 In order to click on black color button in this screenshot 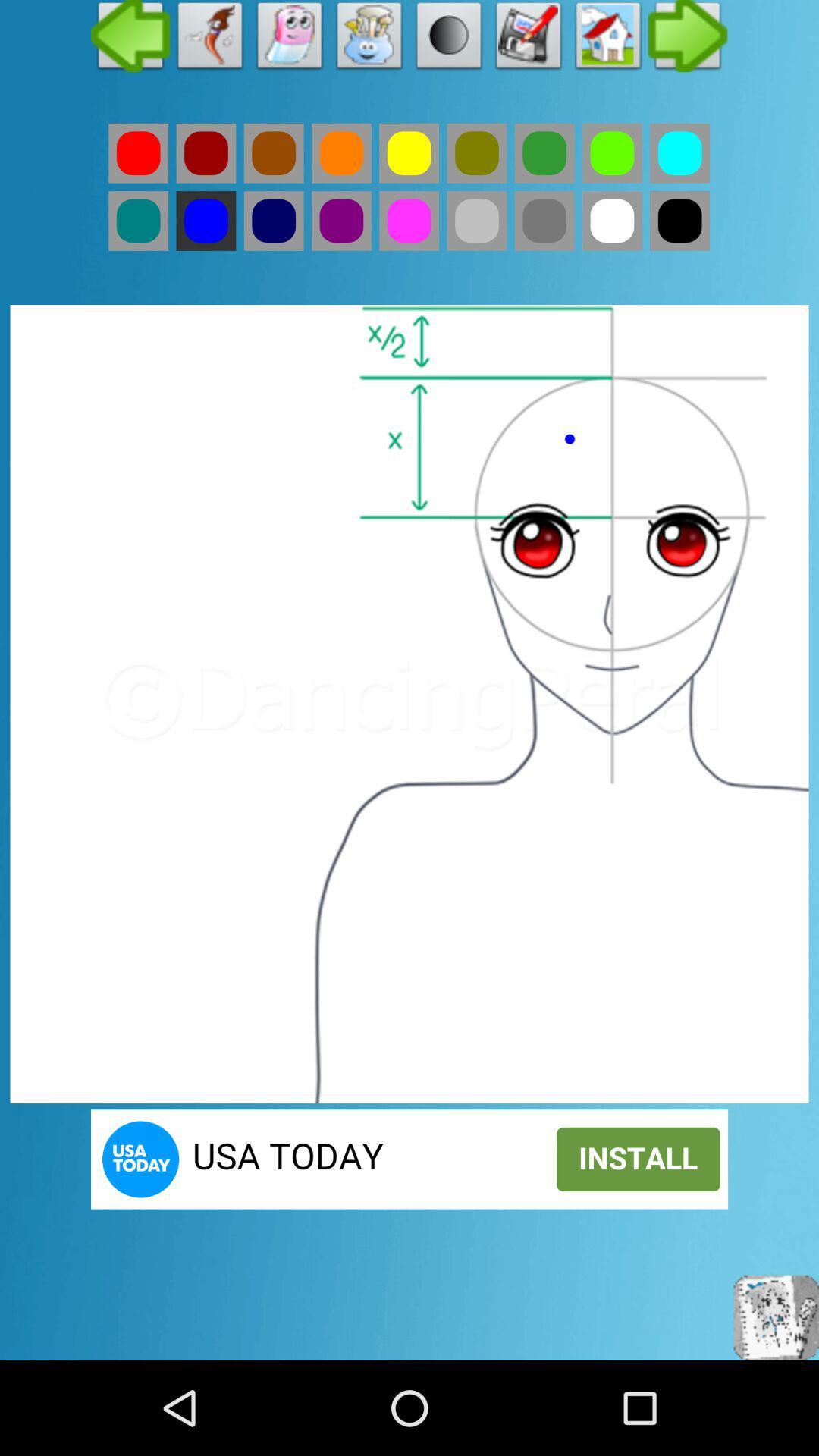, I will do `click(679, 220)`.